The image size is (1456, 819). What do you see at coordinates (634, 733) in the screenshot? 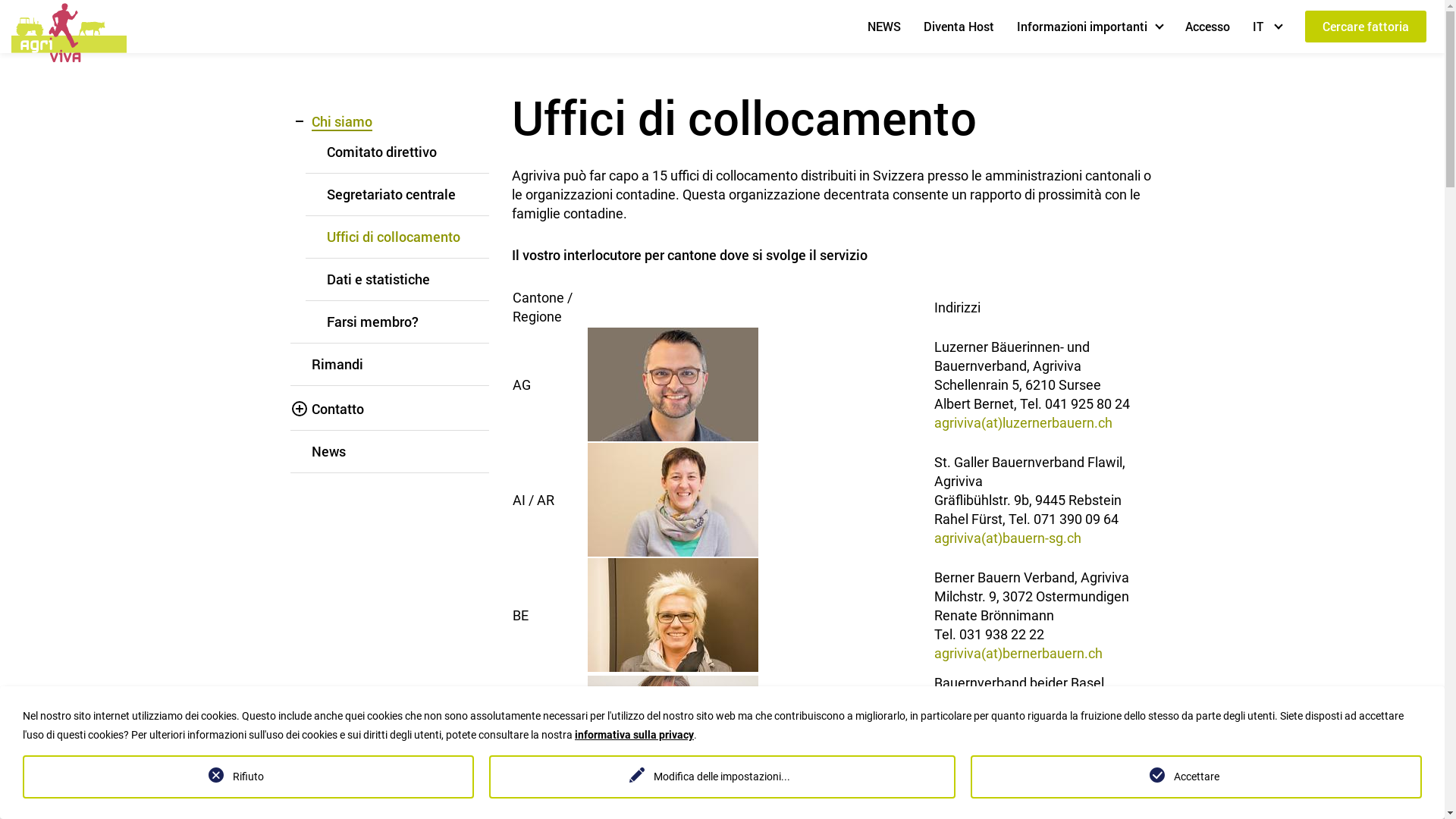
I see `'informativa sulla privacy'` at bounding box center [634, 733].